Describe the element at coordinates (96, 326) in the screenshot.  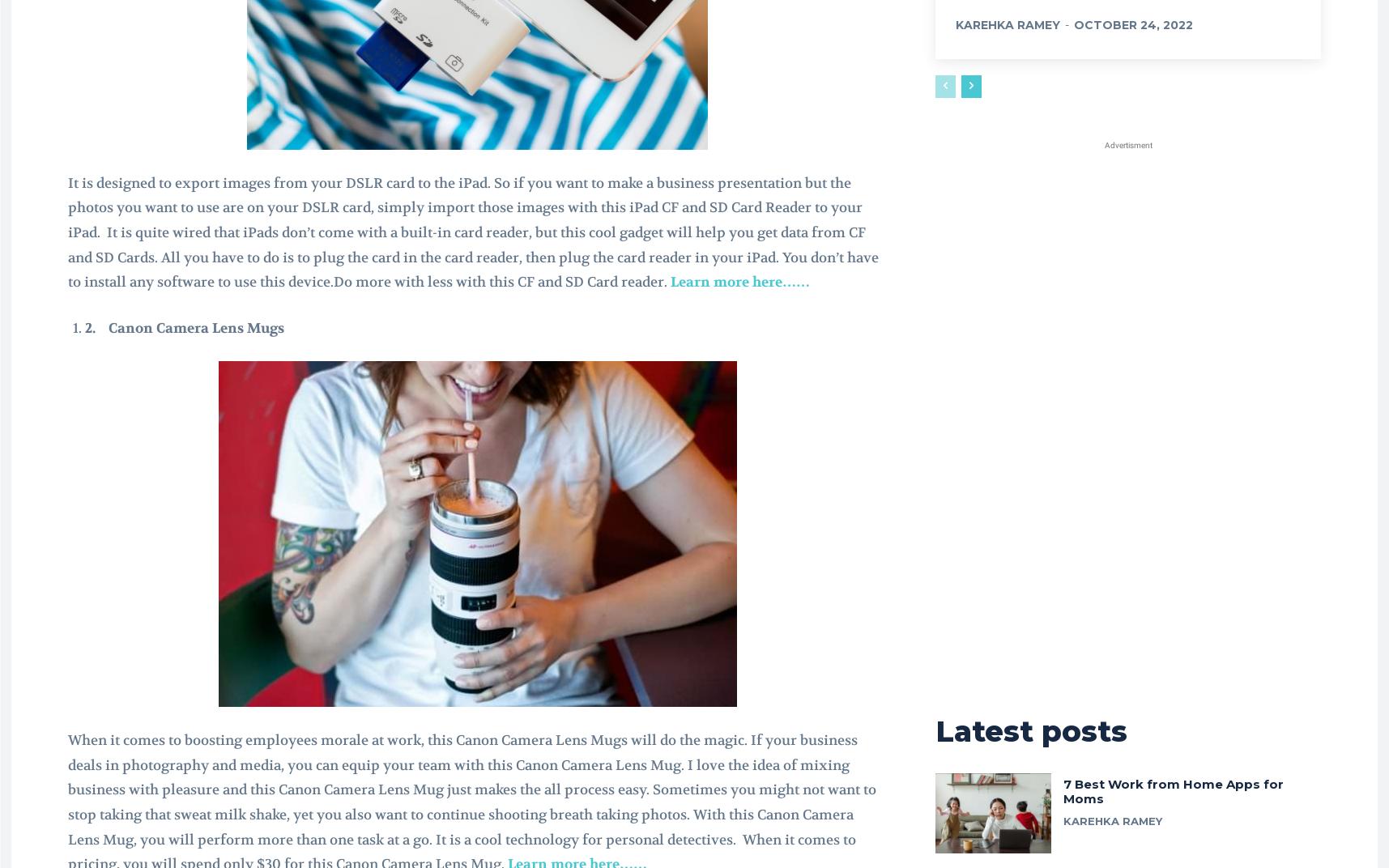
I see `'2.'` at that location.